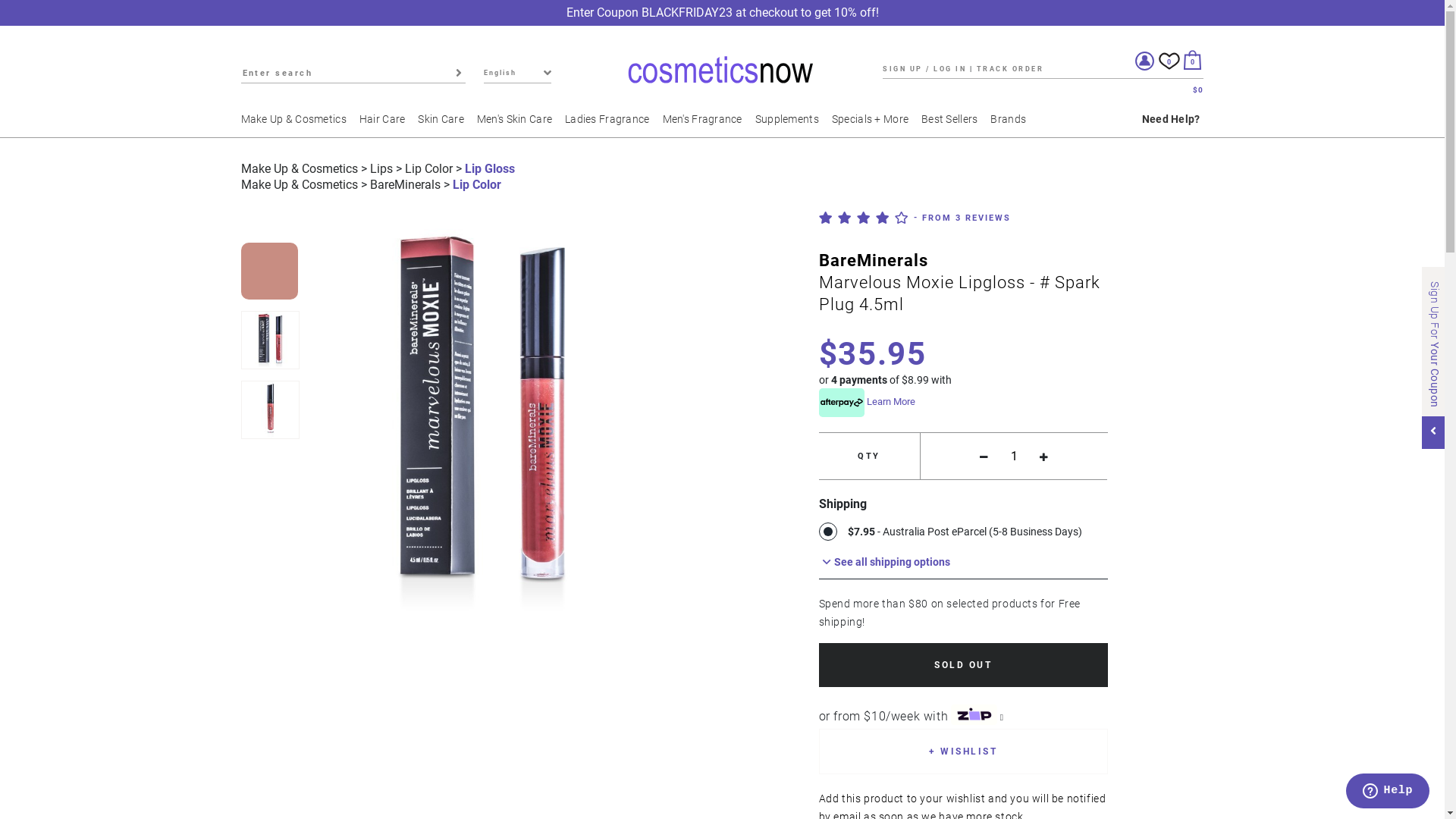 This screenshot has width=1456, height=819. Describe the element at coordinates (611, 124) in the screenshot. I see `'Ladies Fragrance'` at that location.